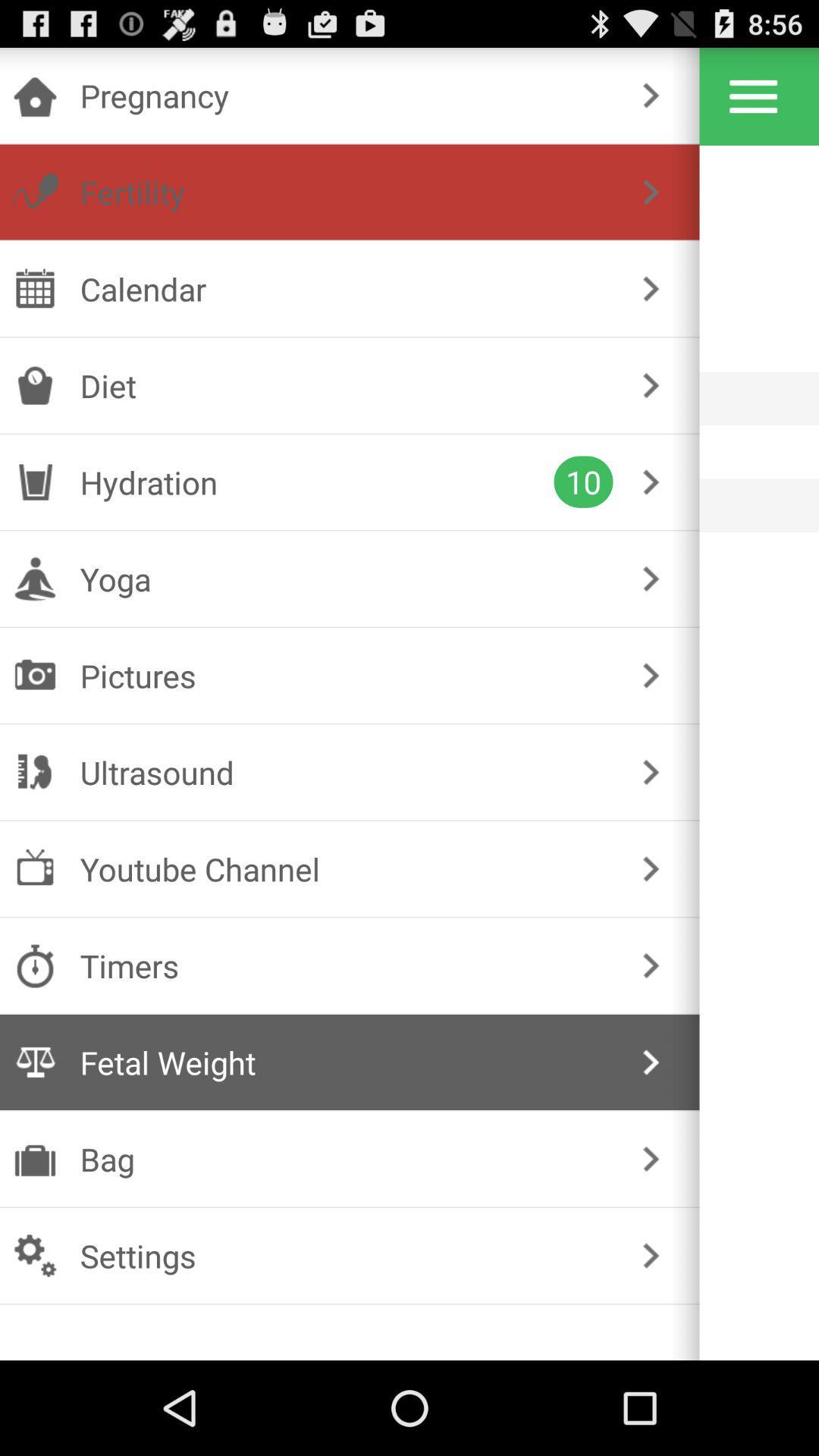  What do you see at coordinates (753, 102) in the screenshot?
I see `the menu icon` at bounding box center [753, 102].